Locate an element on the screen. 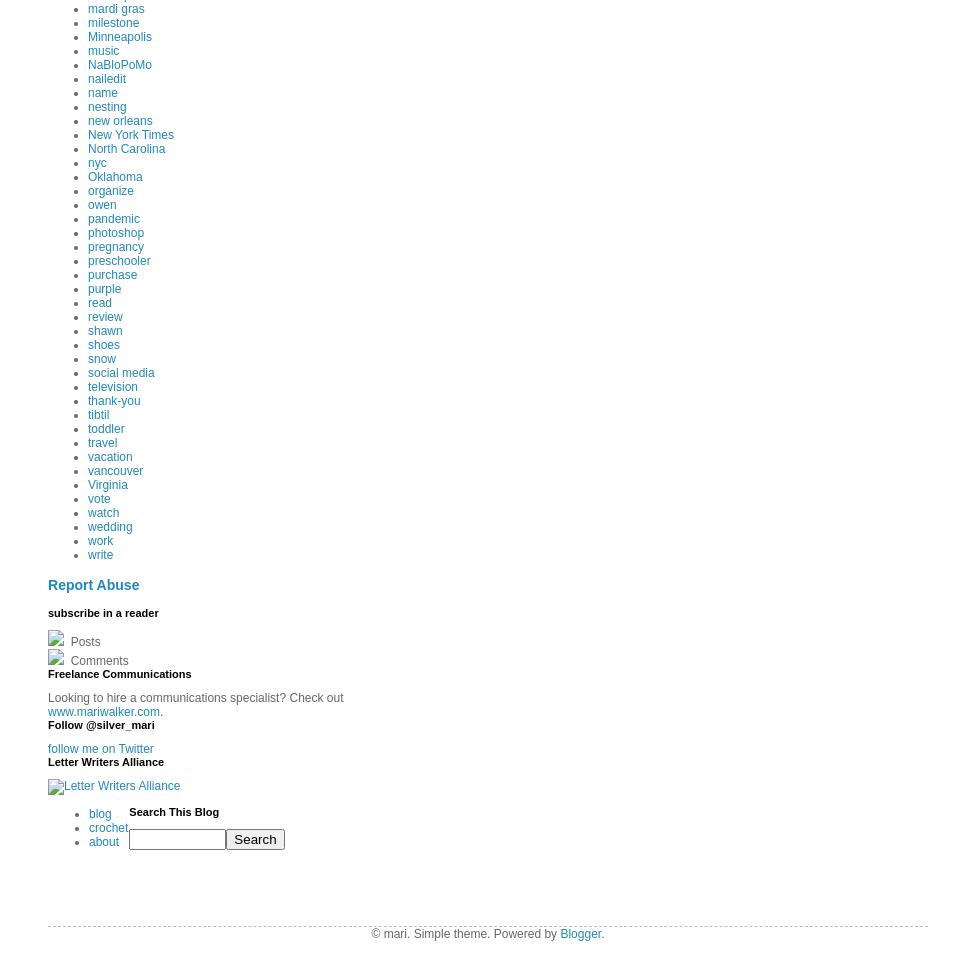 The height and width of the screenshot is (957, 968). 'vancouver' is located at coordinates (115, 470).